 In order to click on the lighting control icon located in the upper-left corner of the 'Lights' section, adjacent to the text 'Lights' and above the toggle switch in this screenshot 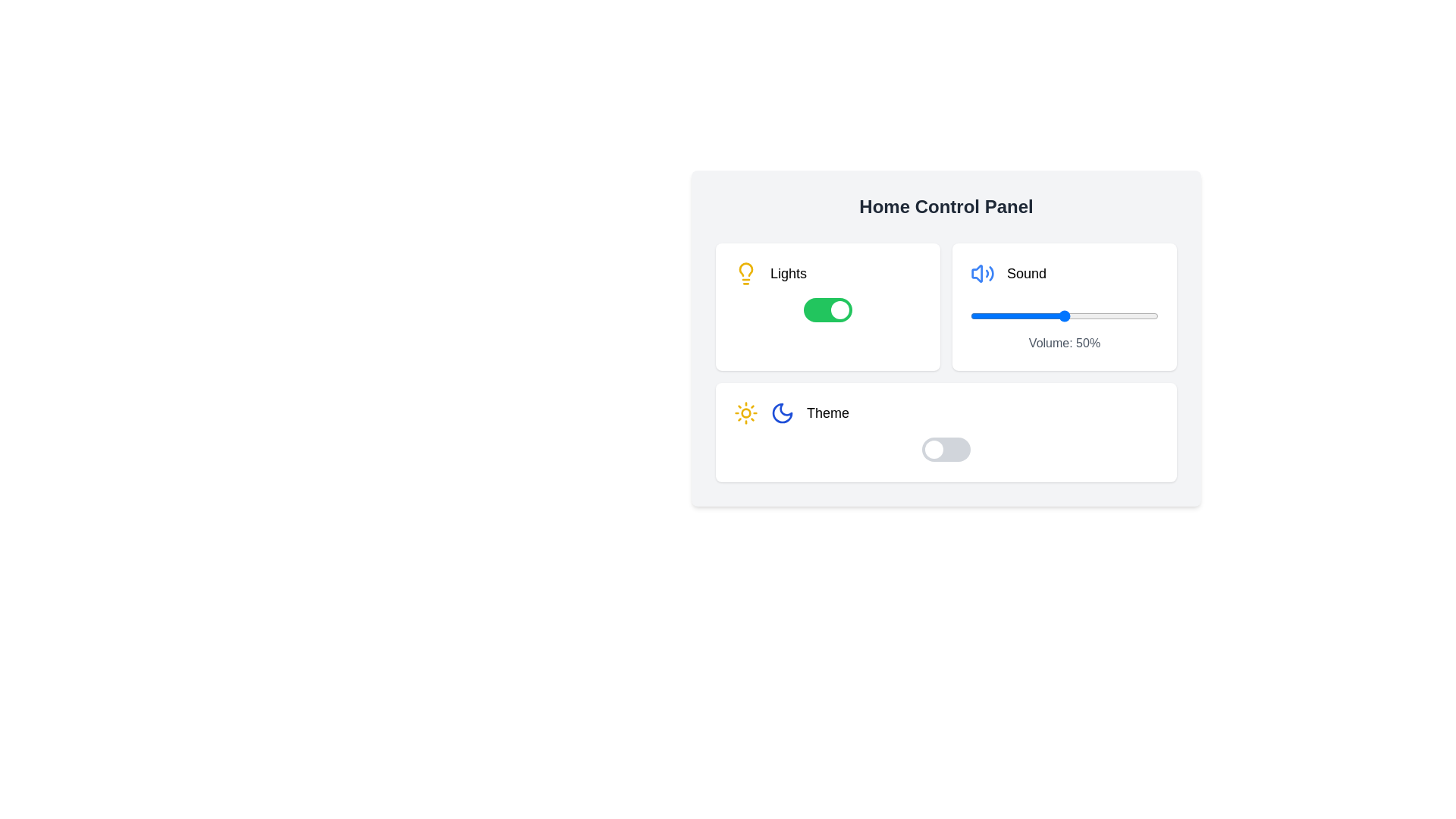, I will do `click(745, 274)`.